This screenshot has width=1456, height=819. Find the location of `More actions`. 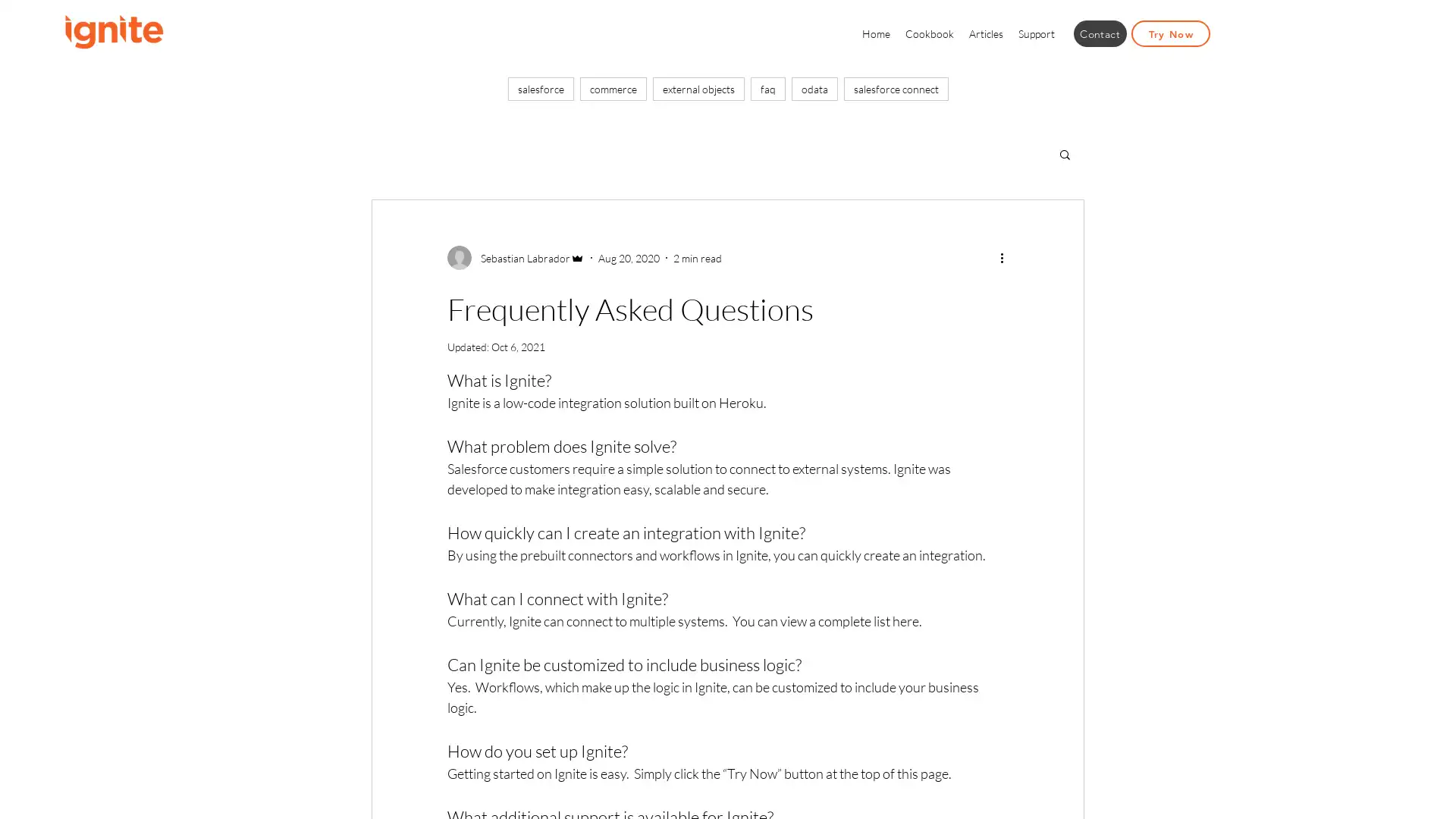

More actions is located at coordinates (1006, 256).